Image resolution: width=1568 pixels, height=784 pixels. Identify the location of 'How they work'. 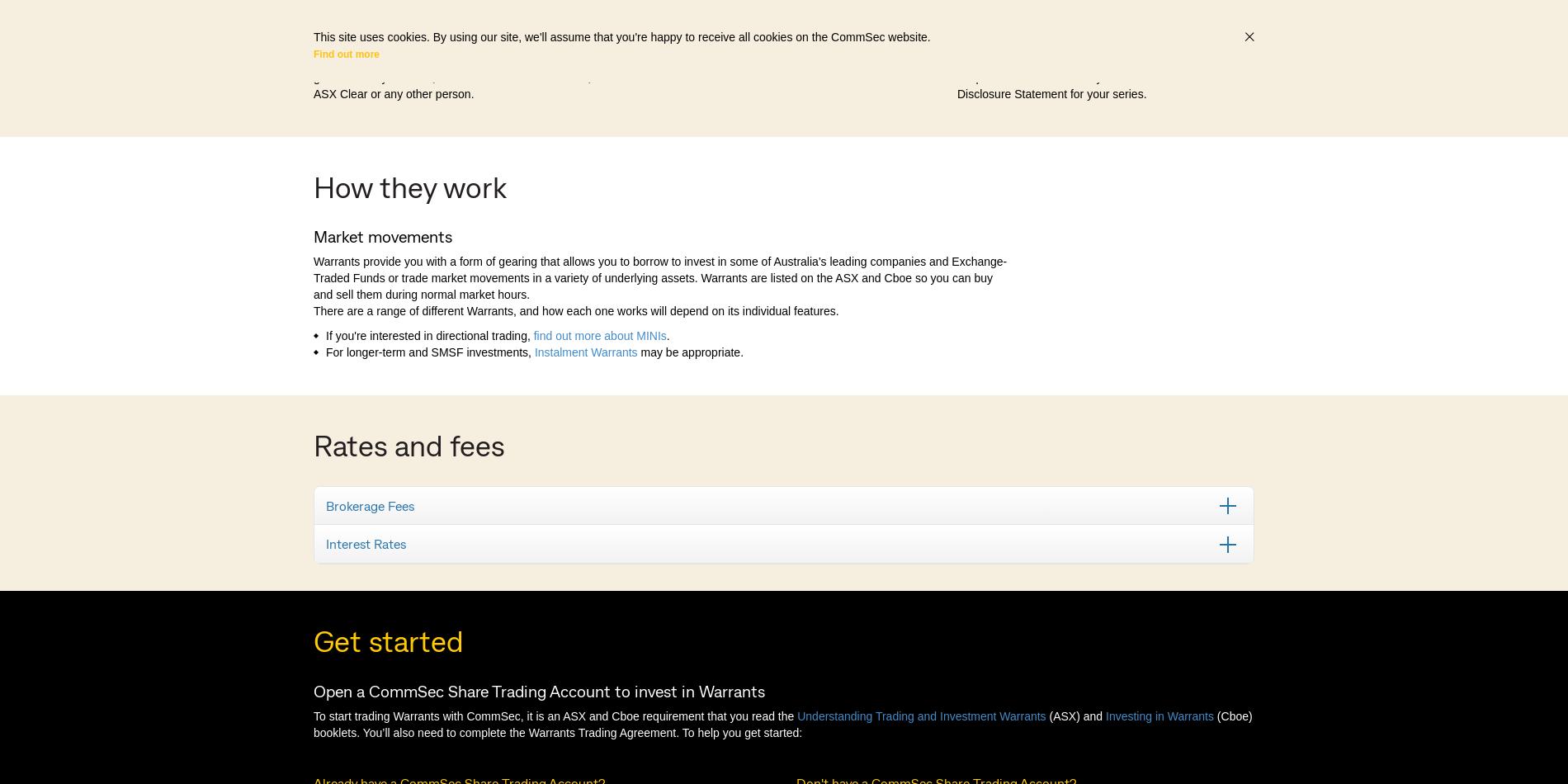
(410, 185).